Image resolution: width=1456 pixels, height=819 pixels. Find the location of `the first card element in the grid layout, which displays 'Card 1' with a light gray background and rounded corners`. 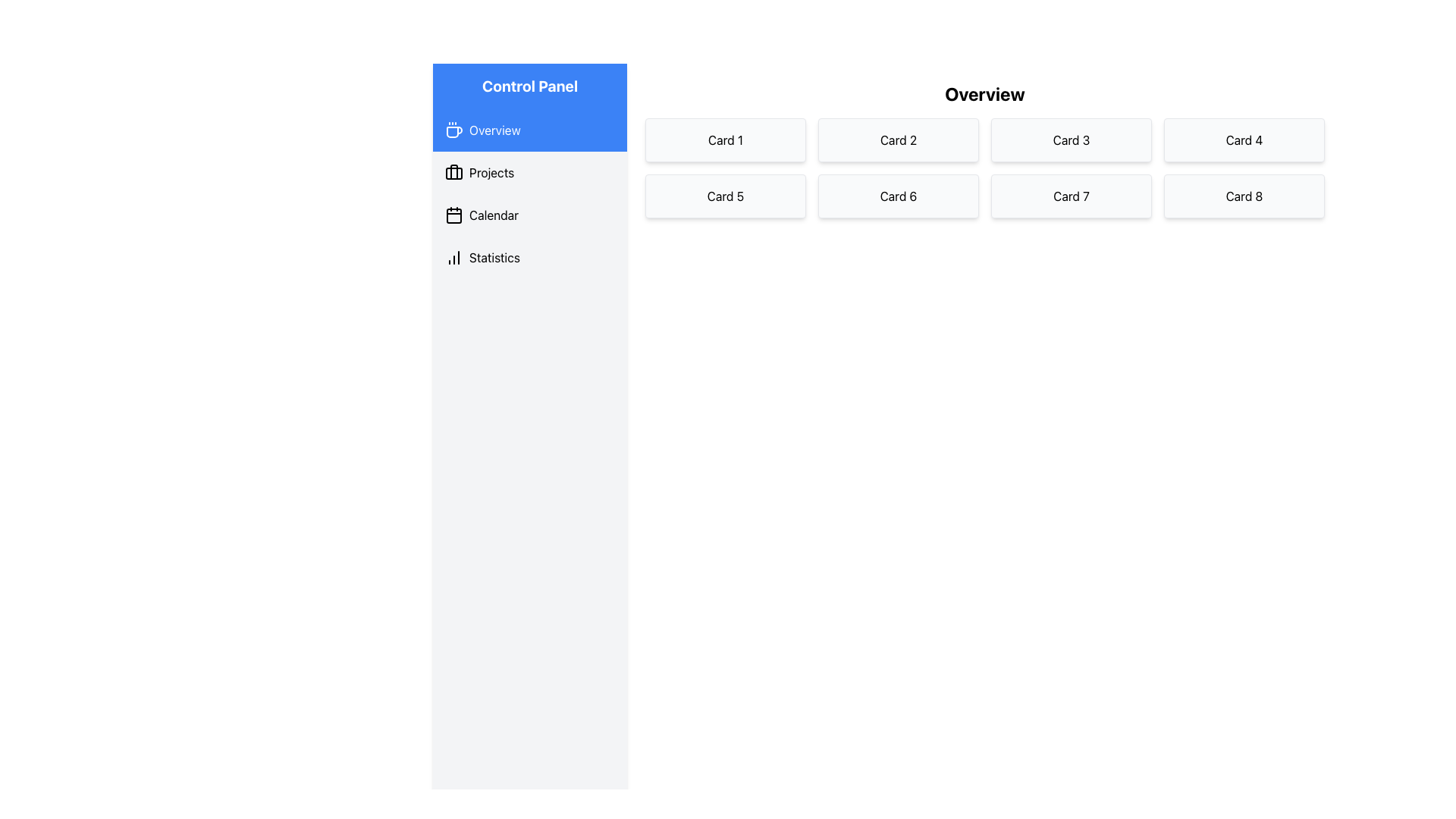

the first card element in the grid layout, which displays 'Card 1' with a light gray background and rounded corners is located at coordinates (724, 140).